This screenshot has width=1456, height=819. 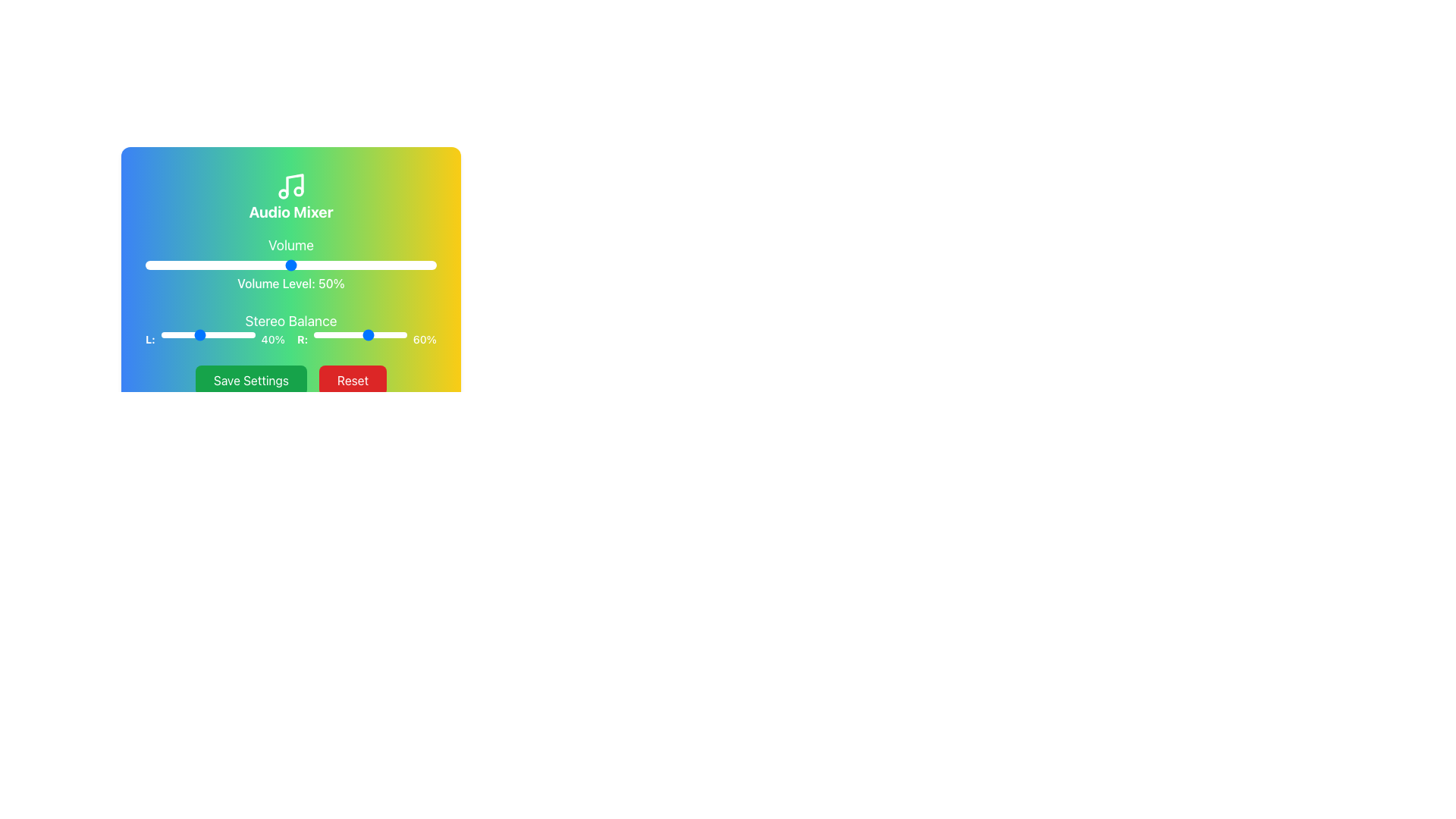 I want to click on the left stereo balance, so click(x=205, y=334).